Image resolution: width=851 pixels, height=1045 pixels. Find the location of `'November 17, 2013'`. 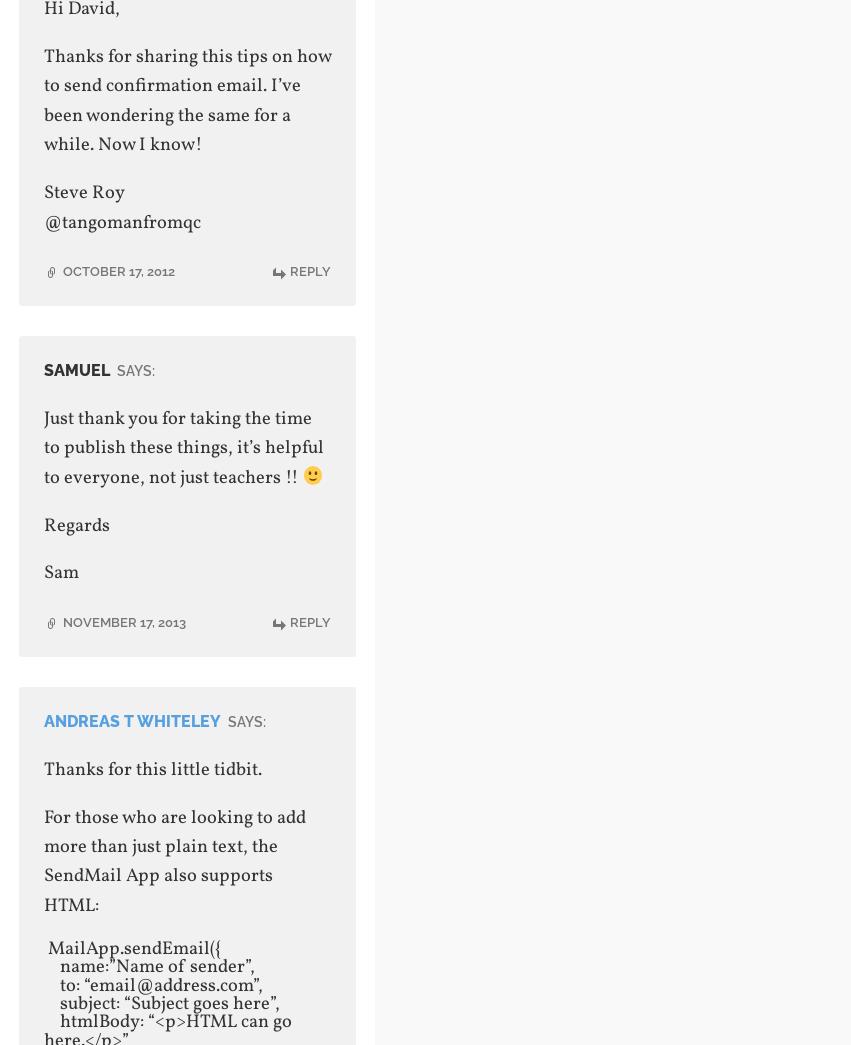

'November 17, 2013' is located at coordinates (123, 620).